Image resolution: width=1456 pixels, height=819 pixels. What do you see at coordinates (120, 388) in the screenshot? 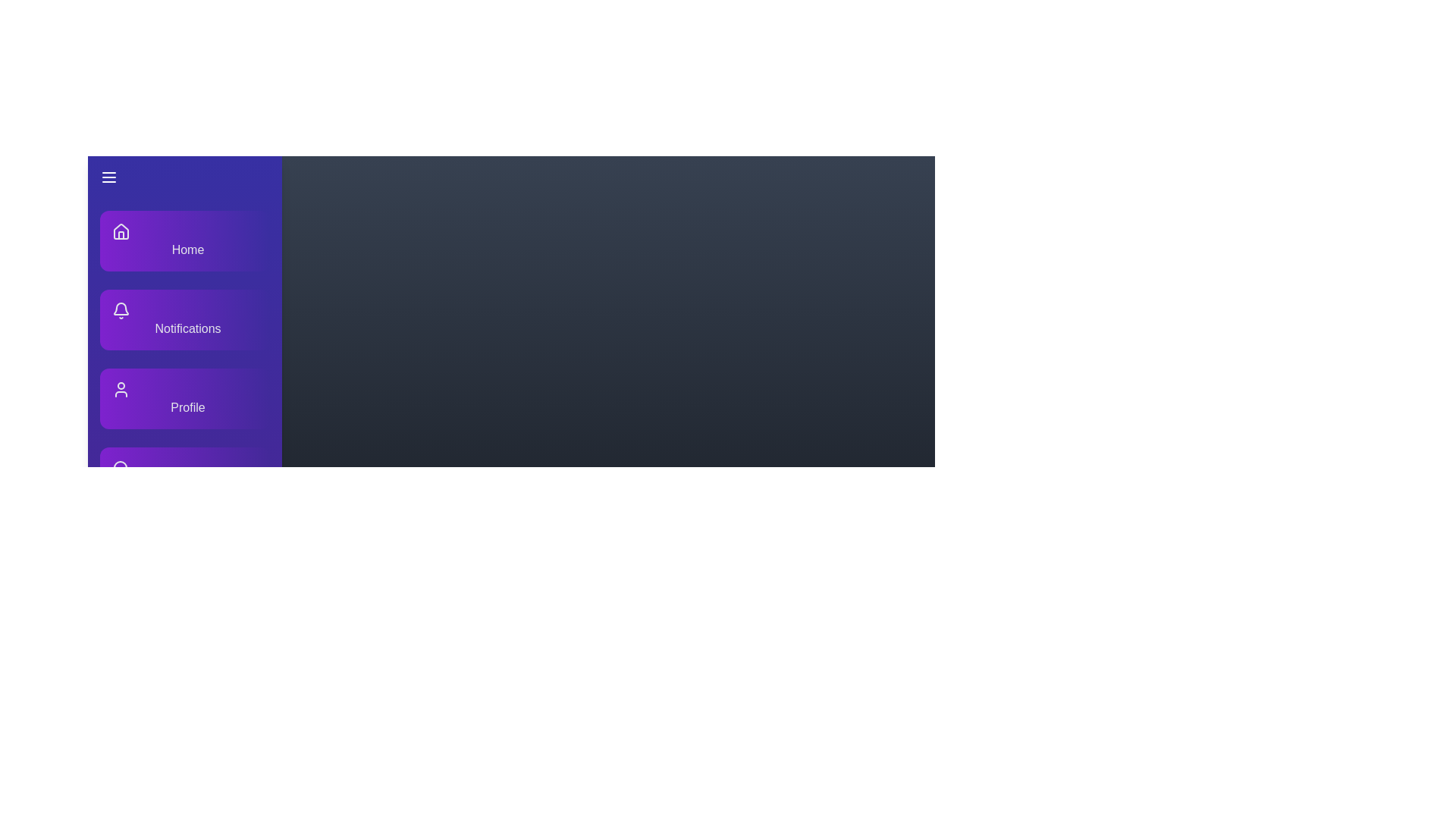
I see `the Profile icon in the menu` at bounding box center [120, 388].